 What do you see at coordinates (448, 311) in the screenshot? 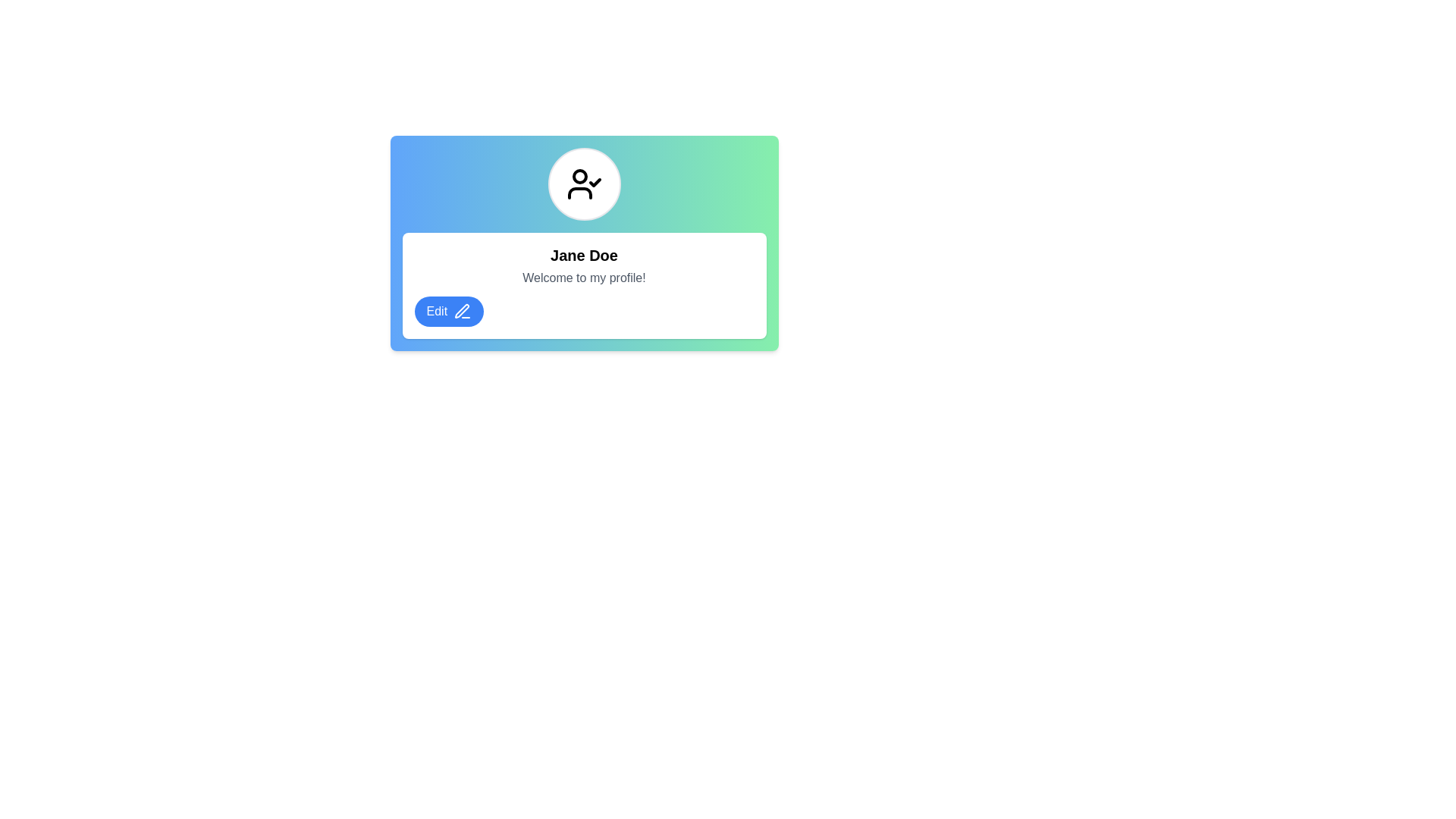
I see `the rounded rectangular 'Edit' button with a blue background and pen icon located at the bottom left of the card component` at bounding box center [448, 311].